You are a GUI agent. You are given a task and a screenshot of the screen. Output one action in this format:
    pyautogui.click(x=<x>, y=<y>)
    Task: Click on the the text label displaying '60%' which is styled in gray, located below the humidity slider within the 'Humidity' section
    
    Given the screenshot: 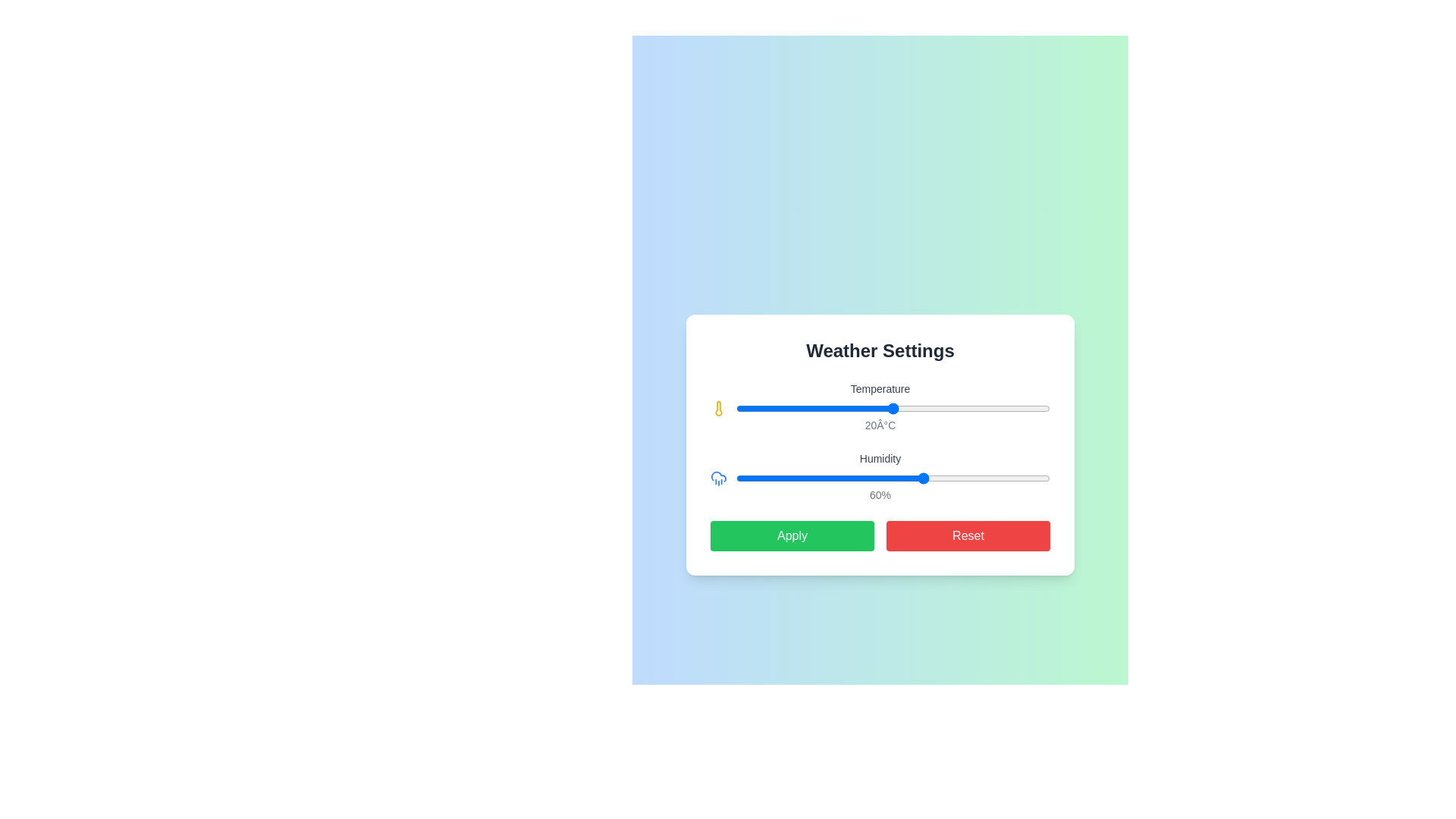 What is the action you would take?
    pyautogui.click(x=880, y=494)
    